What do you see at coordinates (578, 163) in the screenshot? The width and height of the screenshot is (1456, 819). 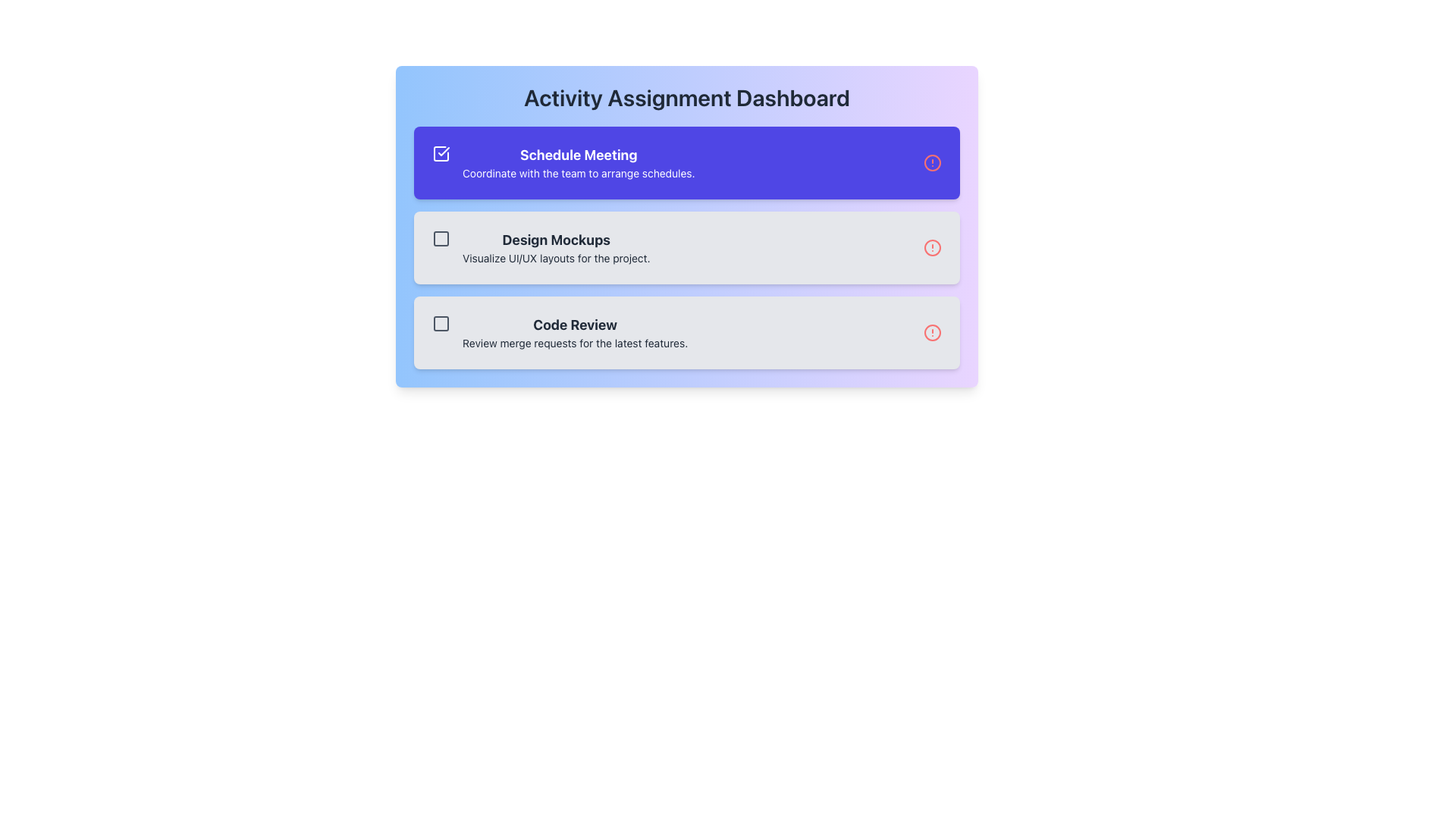 I see `the first item in the task list on the 'Activity Assignment Dashboard', which displays the title and description of a task` at bounding box center [578, 163].